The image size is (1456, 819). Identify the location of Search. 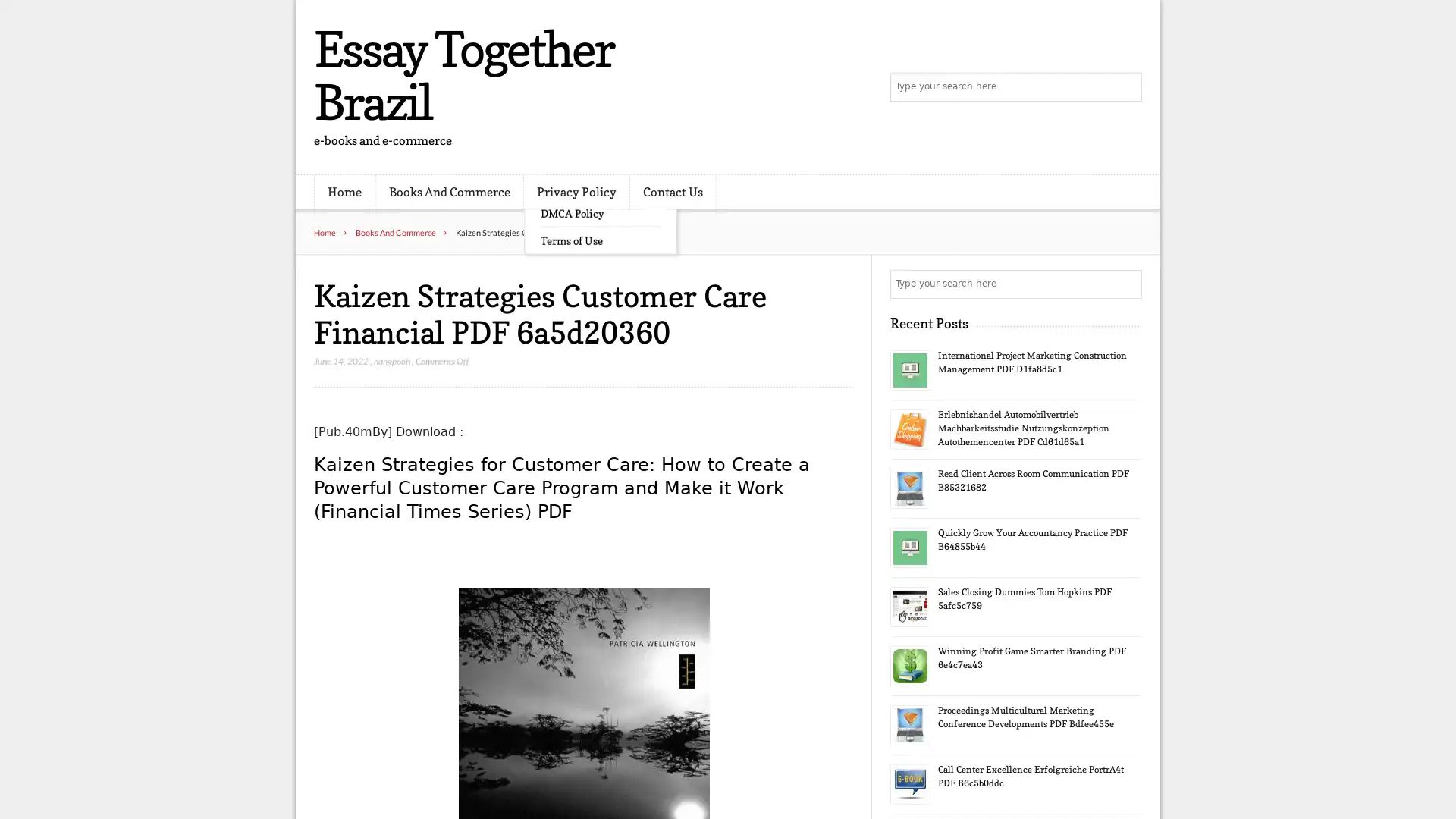
(1126, 87).